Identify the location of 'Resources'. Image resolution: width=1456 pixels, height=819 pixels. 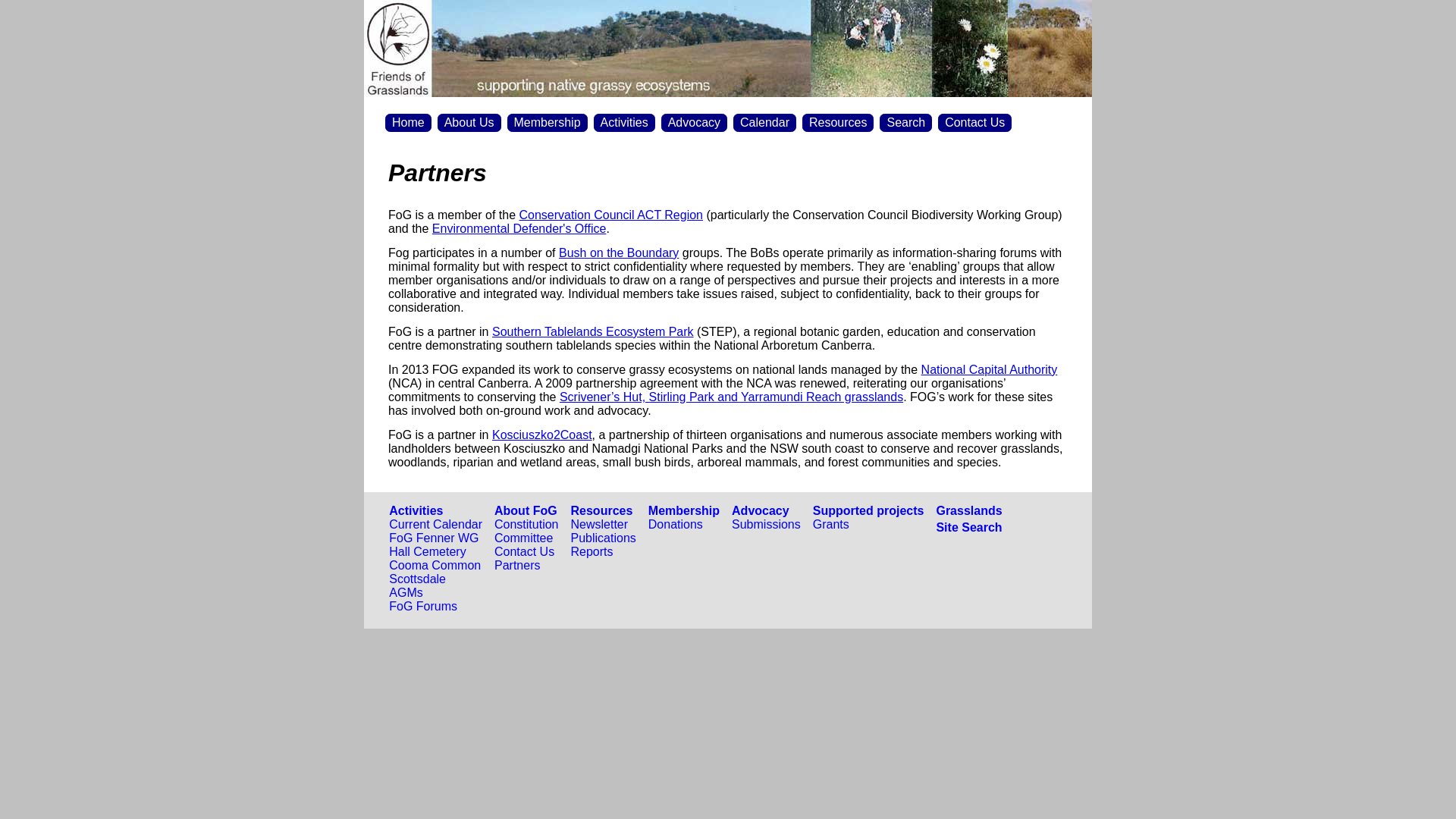
(601, 510).